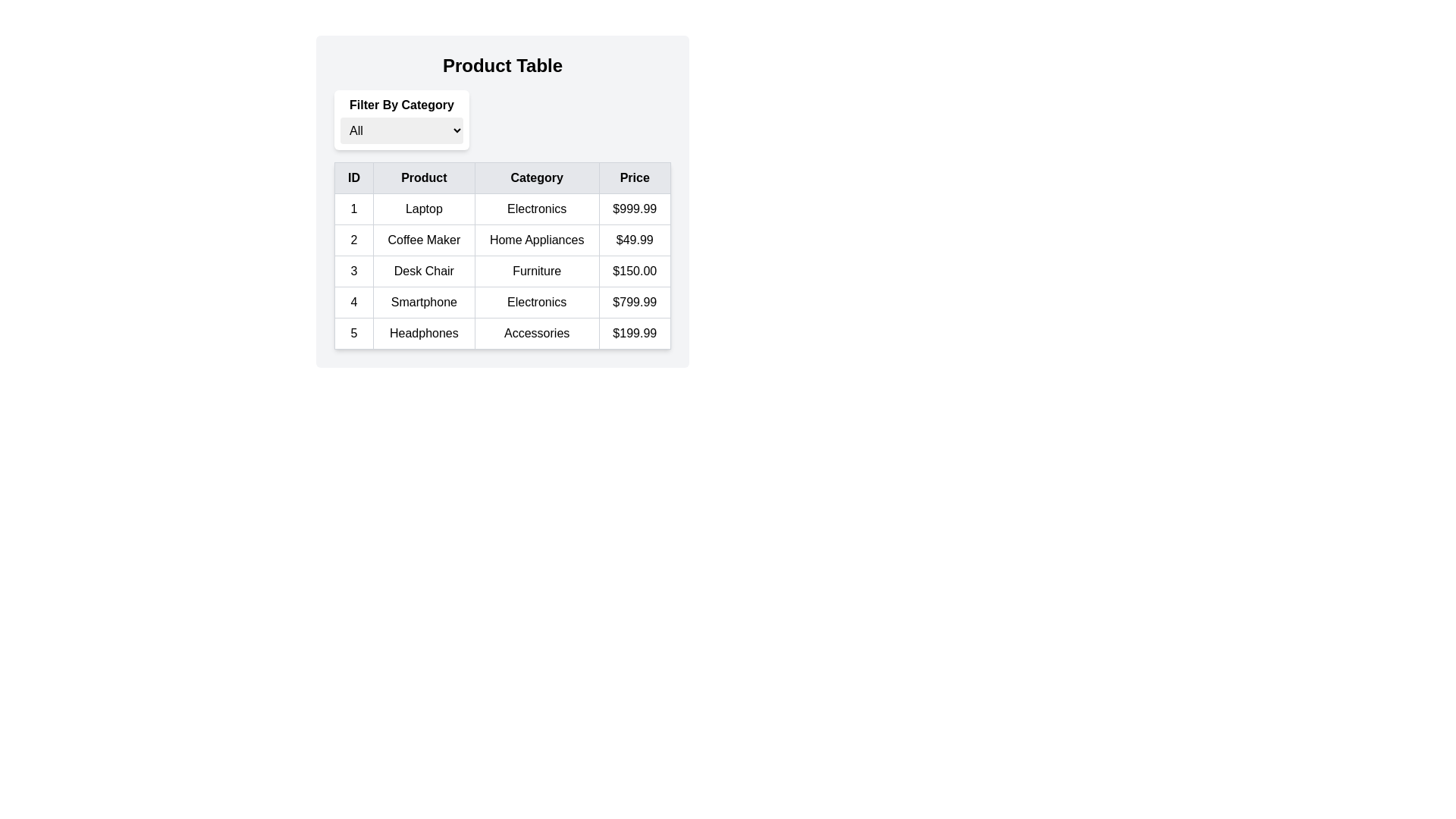  I want to click on the 'Price' label, which is styled with a bold black font on a gray background and is located in the fourth column header of a table layout, so click(635, 177).